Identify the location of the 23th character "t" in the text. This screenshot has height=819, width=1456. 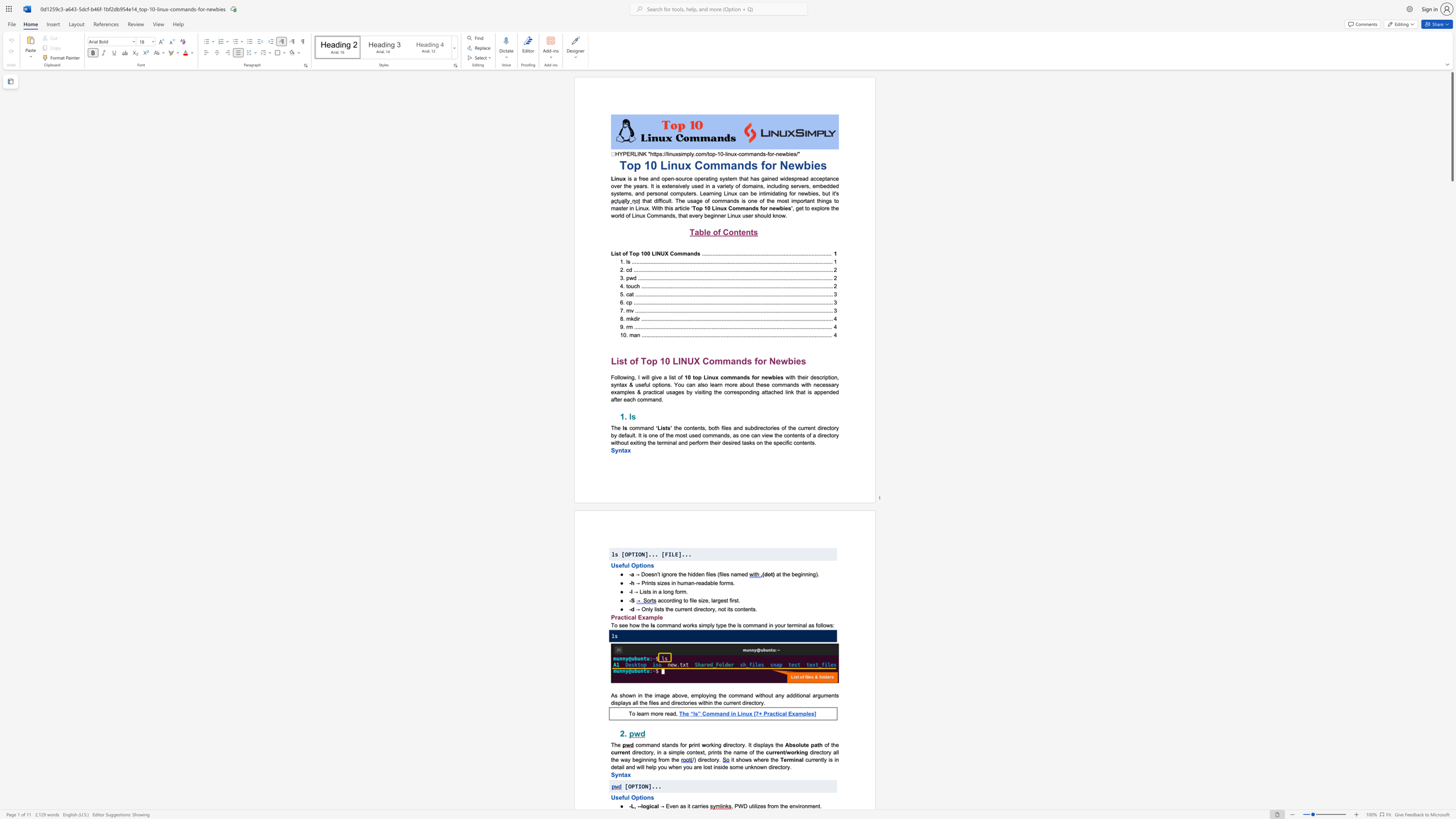
(742, 442).